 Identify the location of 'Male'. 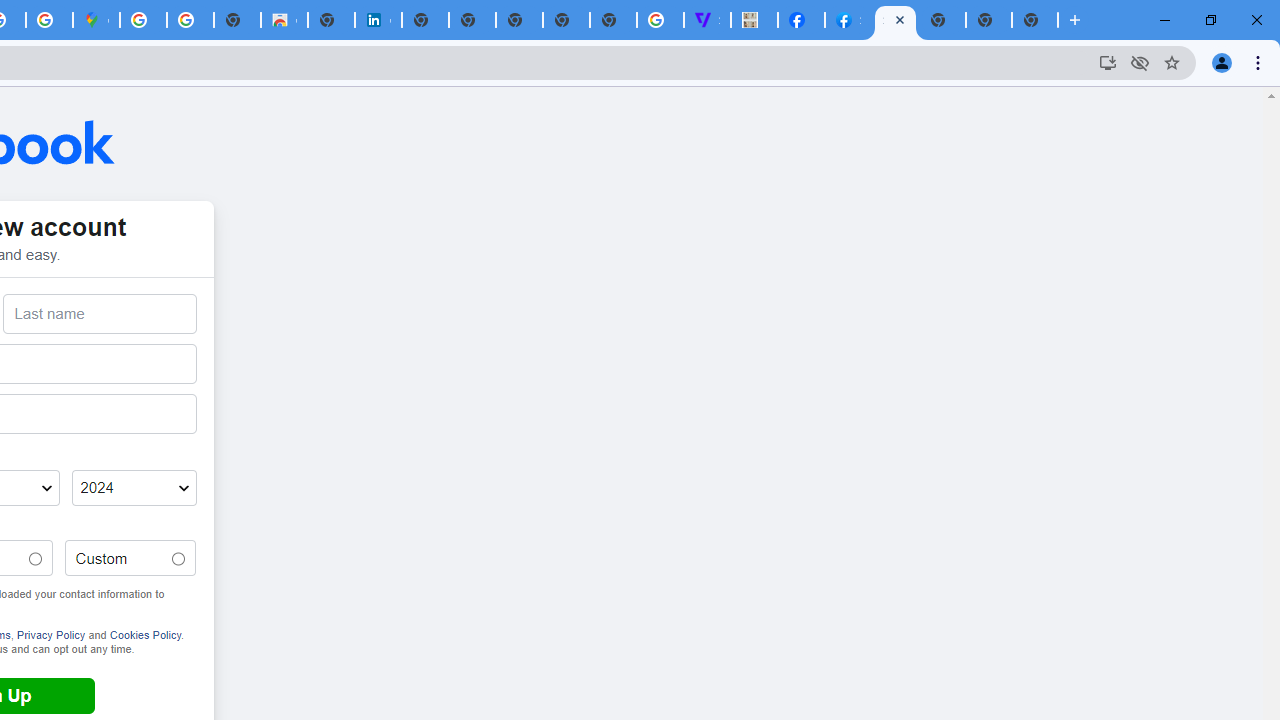
(35, 559).